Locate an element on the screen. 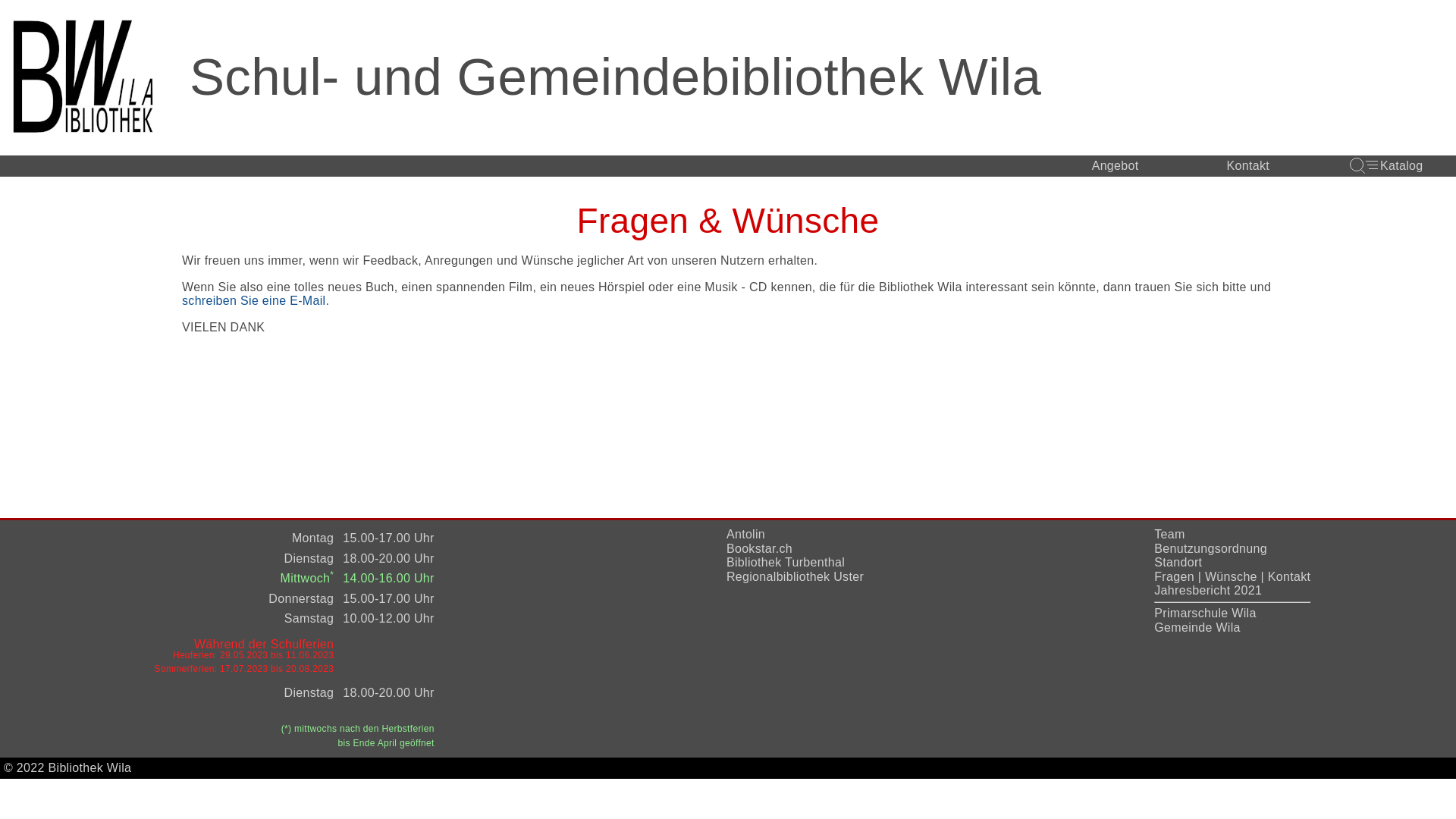 The width and height of the screenshot is (1456, 819). 'Regionalbibliothek Uster' is located at coordinates (794, 576).